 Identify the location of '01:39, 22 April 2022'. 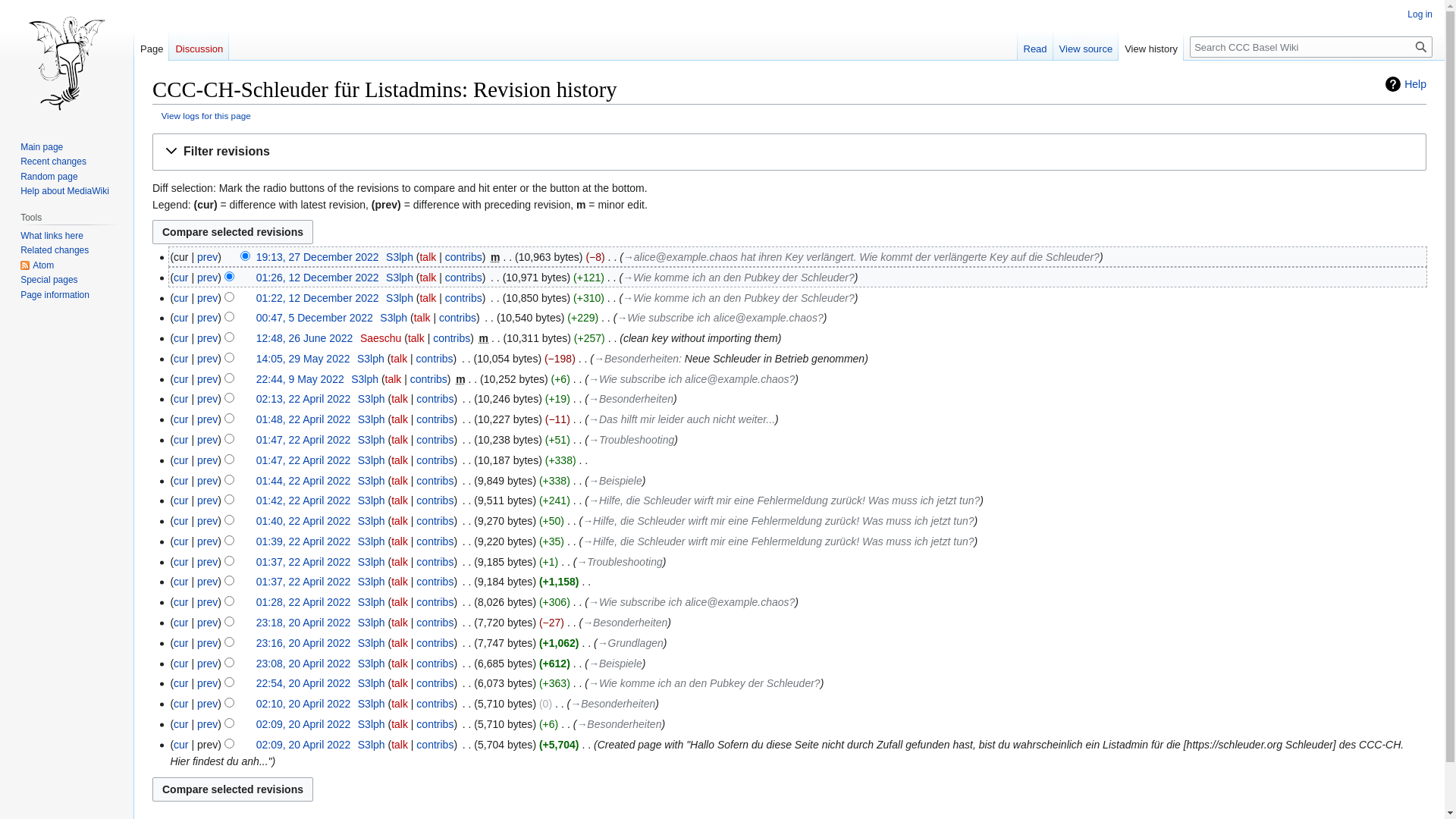
(256, 540).